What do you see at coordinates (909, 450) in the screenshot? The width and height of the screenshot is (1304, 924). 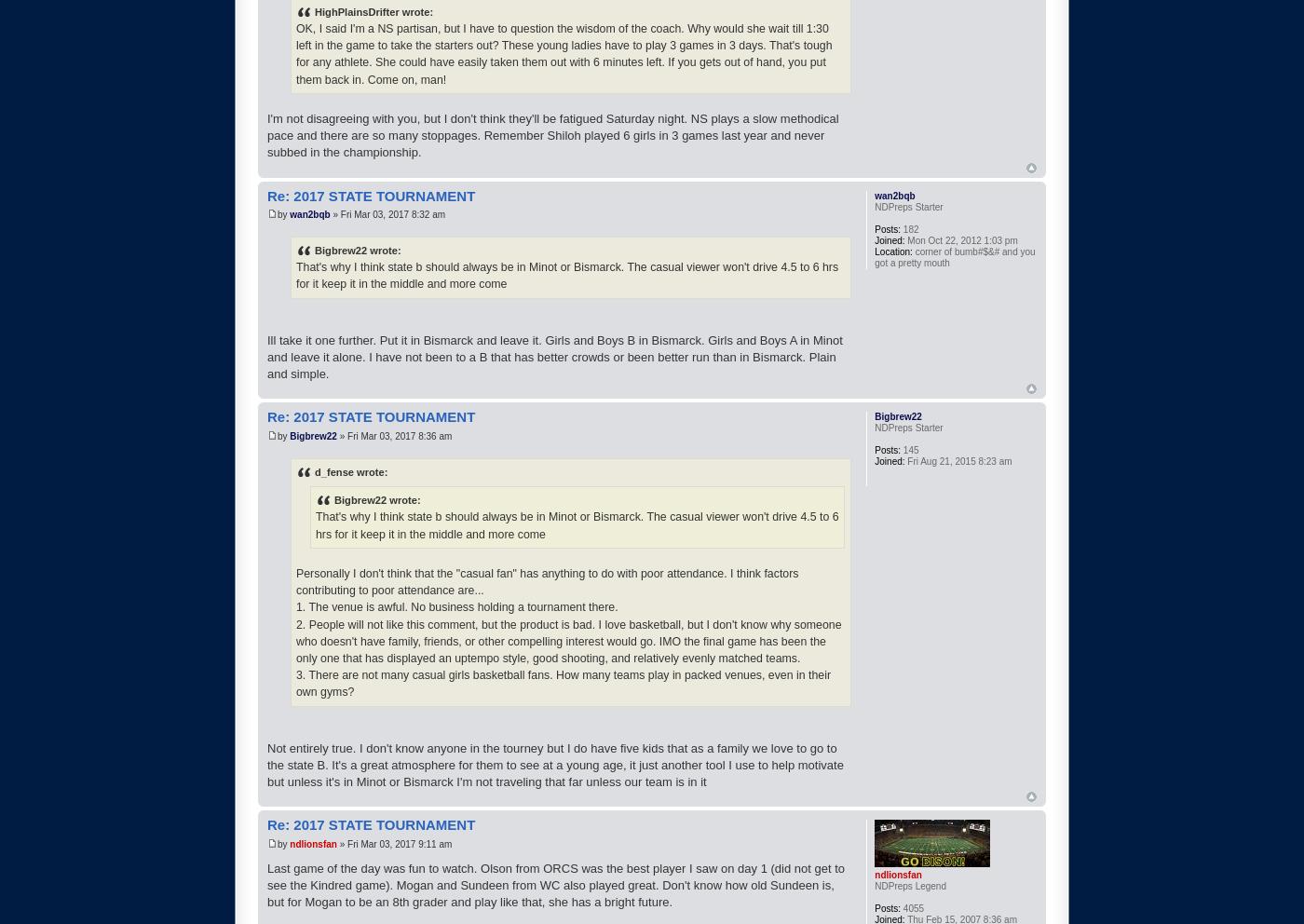 I see `'145'` at bounding box center [909, 450].